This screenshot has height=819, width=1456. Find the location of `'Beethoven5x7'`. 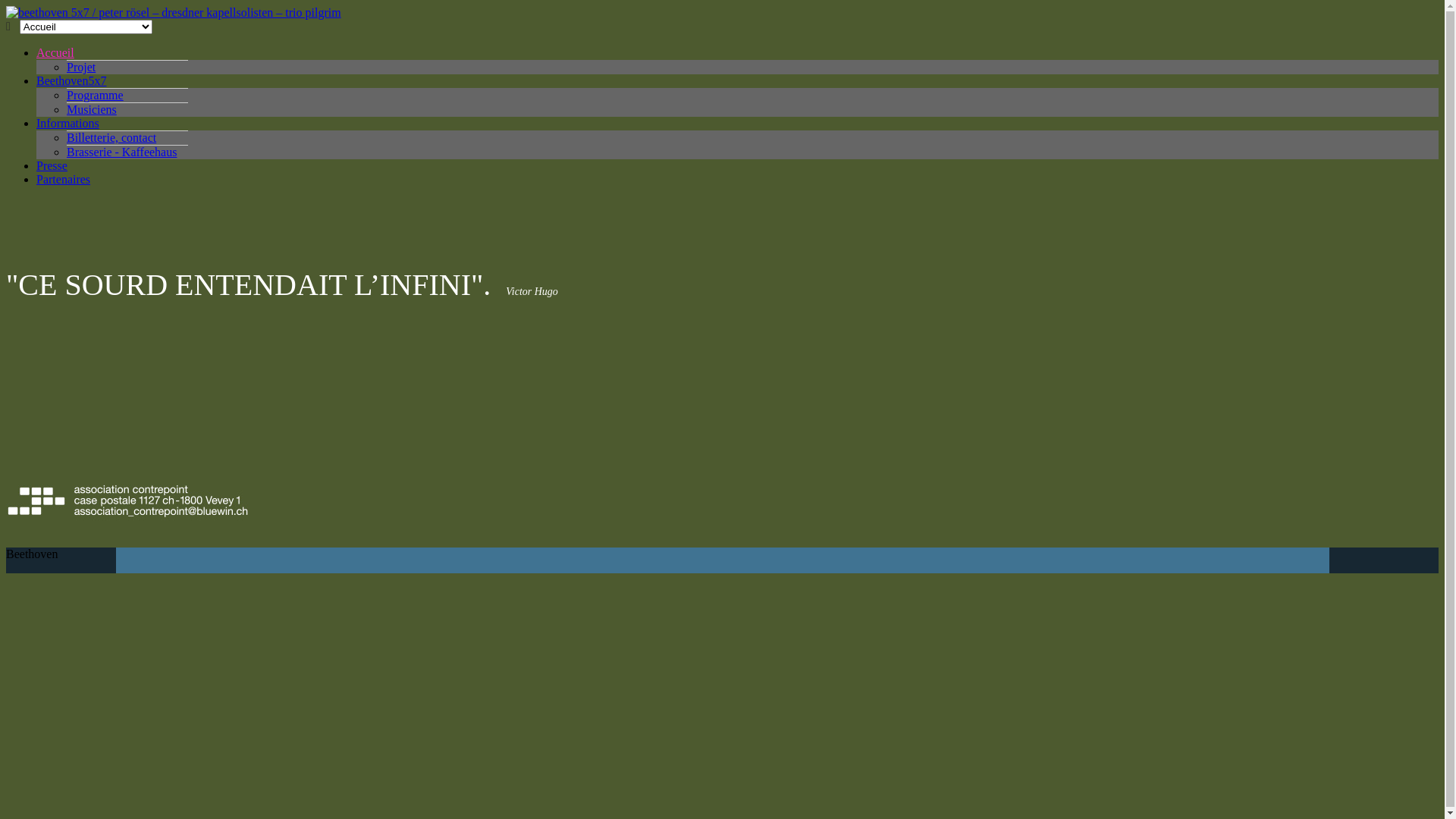

'Beethoven5x7' is located at coordinates (36, 80).